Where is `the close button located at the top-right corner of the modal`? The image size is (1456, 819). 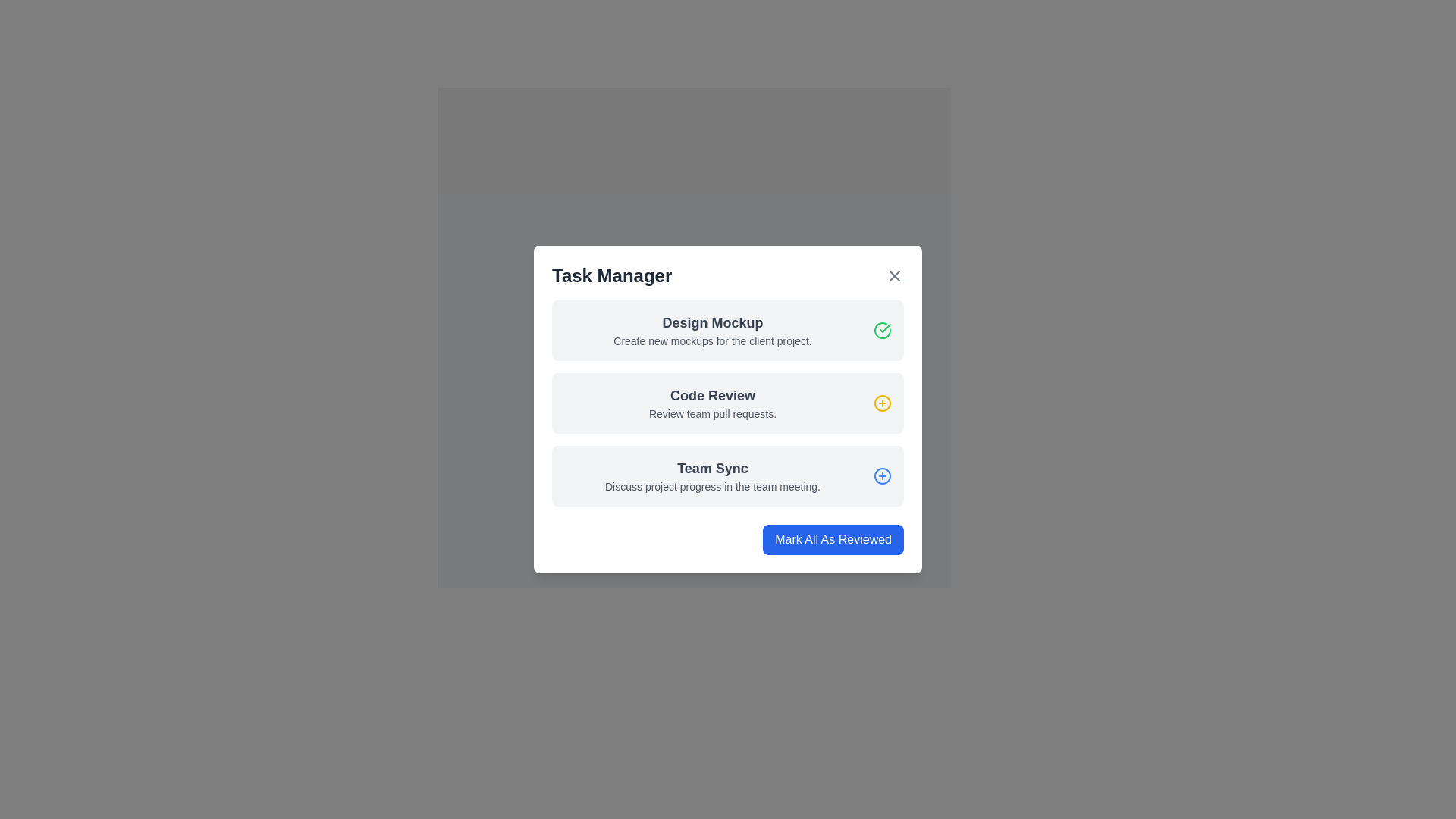
the close button located at the top-right corner of the modal is located at coordinates (895, 275).